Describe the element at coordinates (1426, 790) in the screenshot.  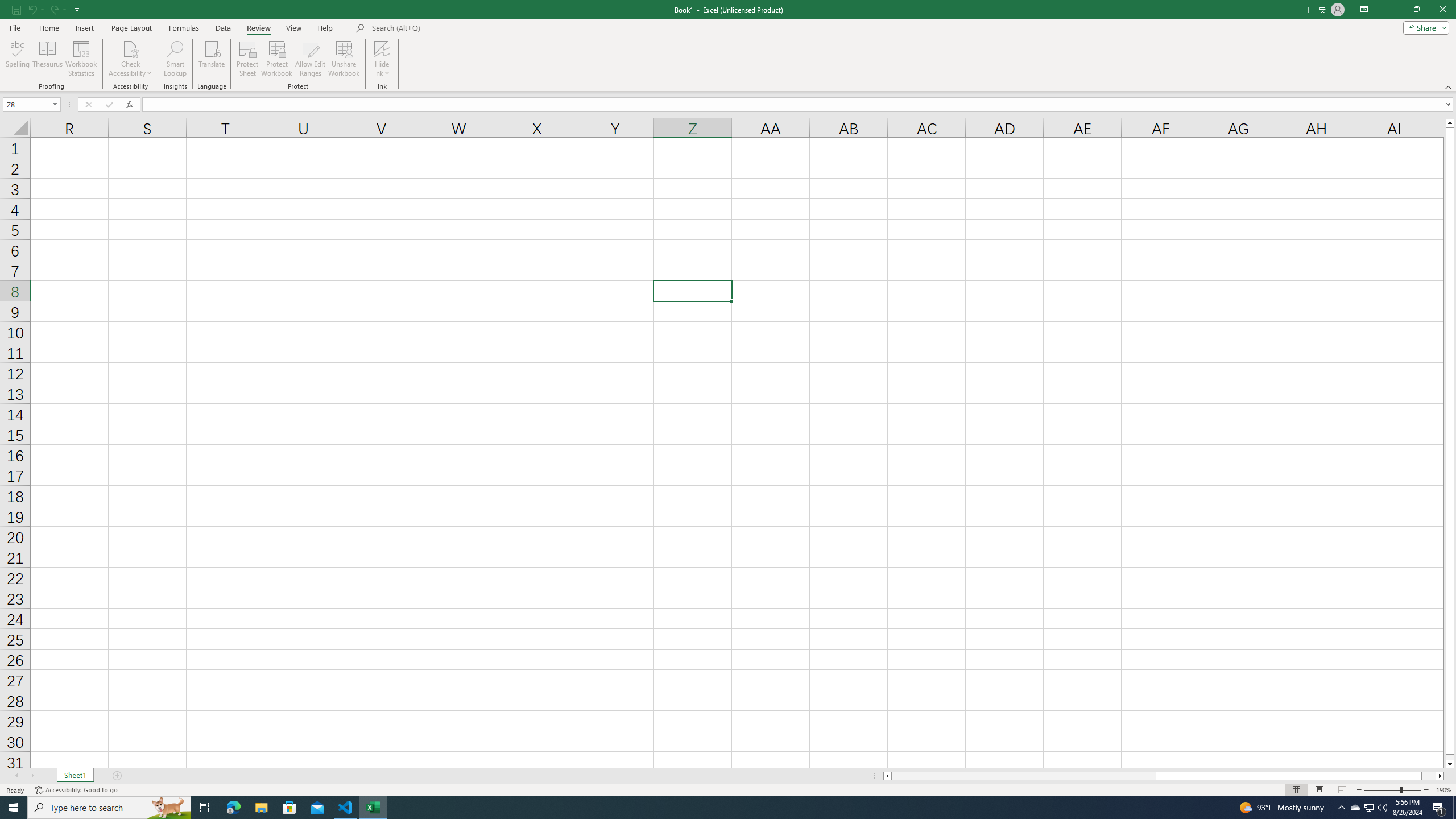
I see `'Zoom In'` at that location.